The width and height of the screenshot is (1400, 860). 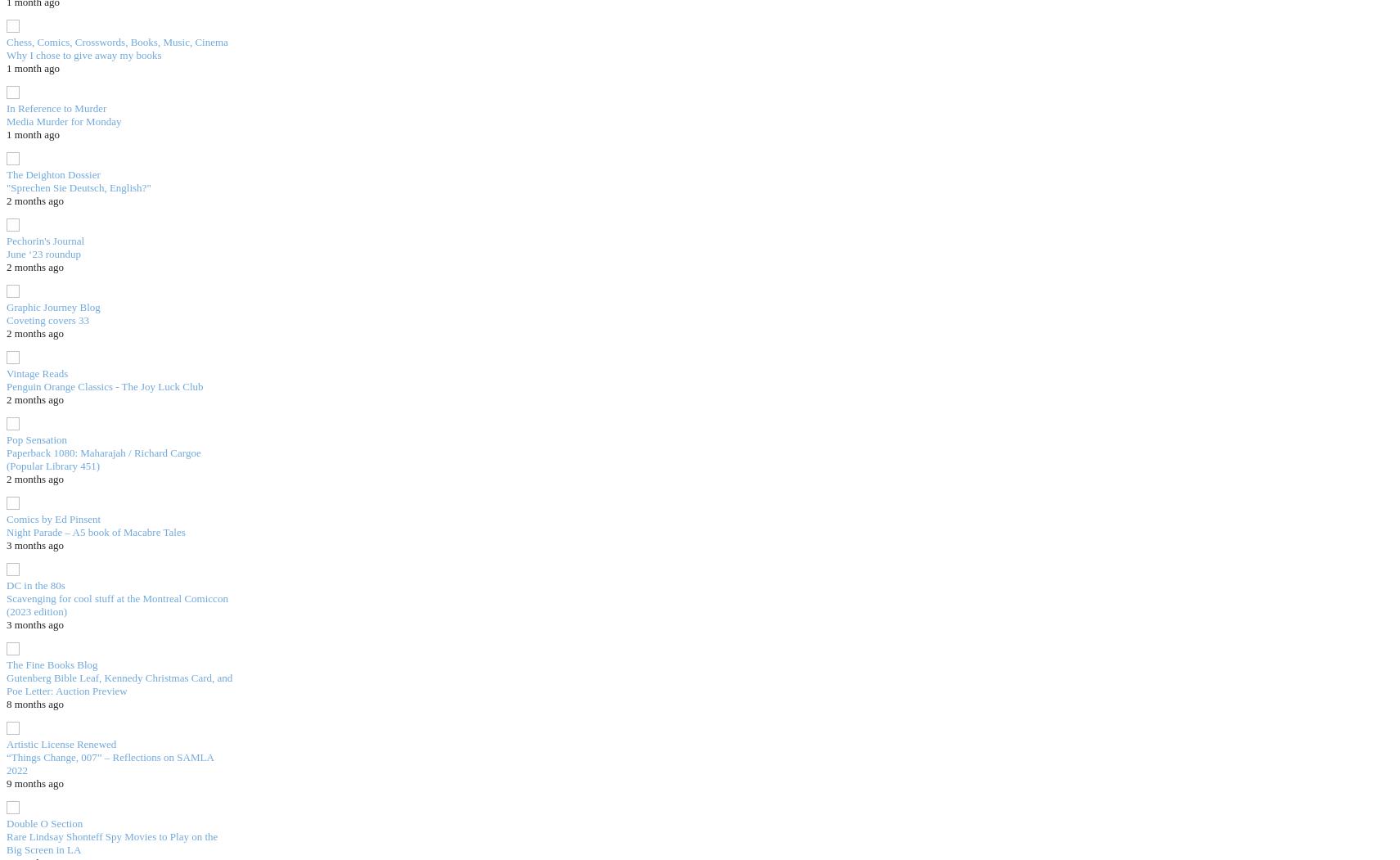 What do you see at coordinates (6, 531) in the screenshot?
I see `'Night Parade – A5 book of Macabre Tales'` at bounding box center [6, 531].